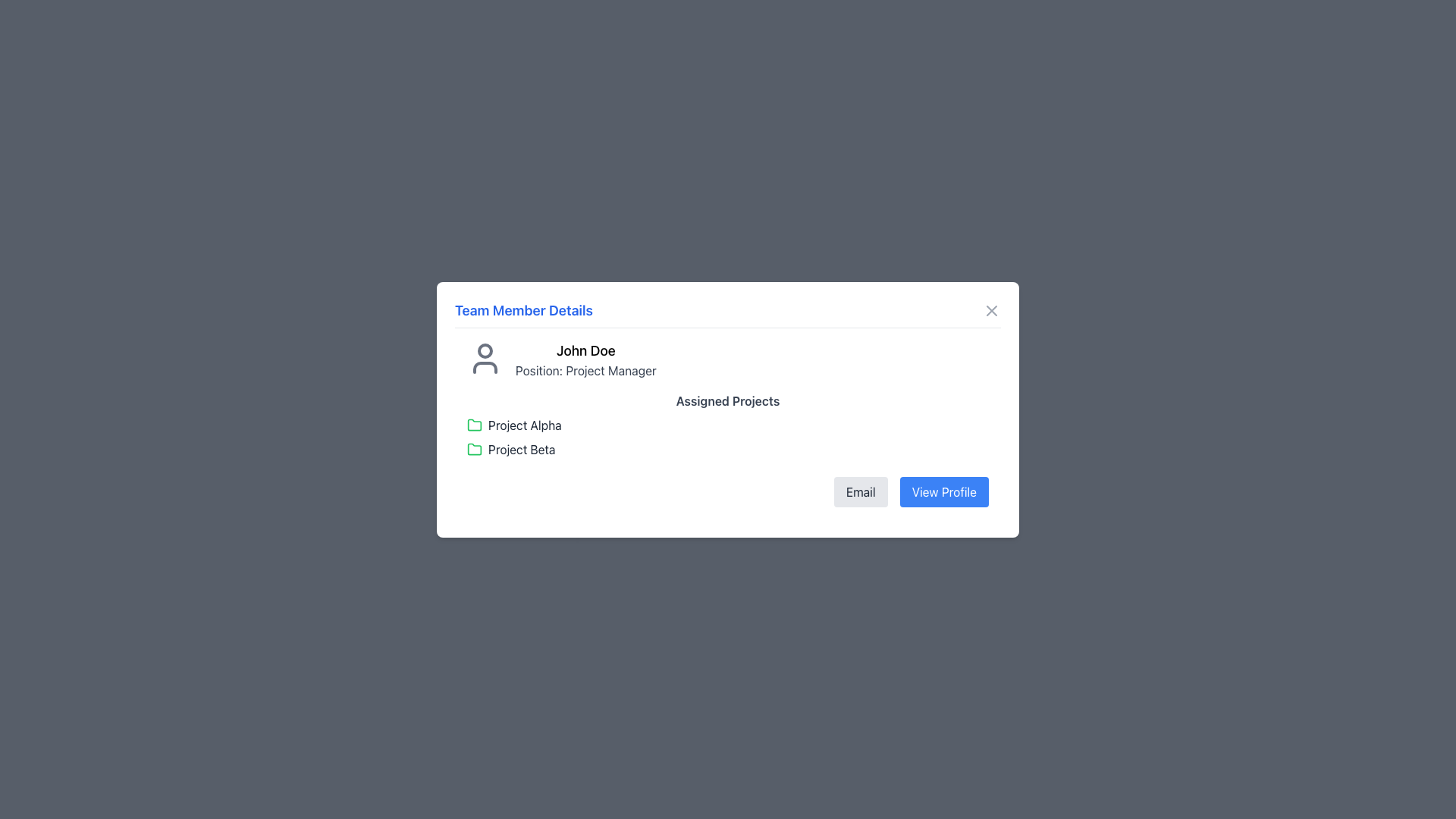 Image resolution: width=1456 pixels, height=819 pixels. I want to click on the Text Label displaying 'Project Alpha', which is styled in dark gray and positioned to the right of a green folder icon, indicating it as the first project under 'Assigned Projects', so click(525, 425).